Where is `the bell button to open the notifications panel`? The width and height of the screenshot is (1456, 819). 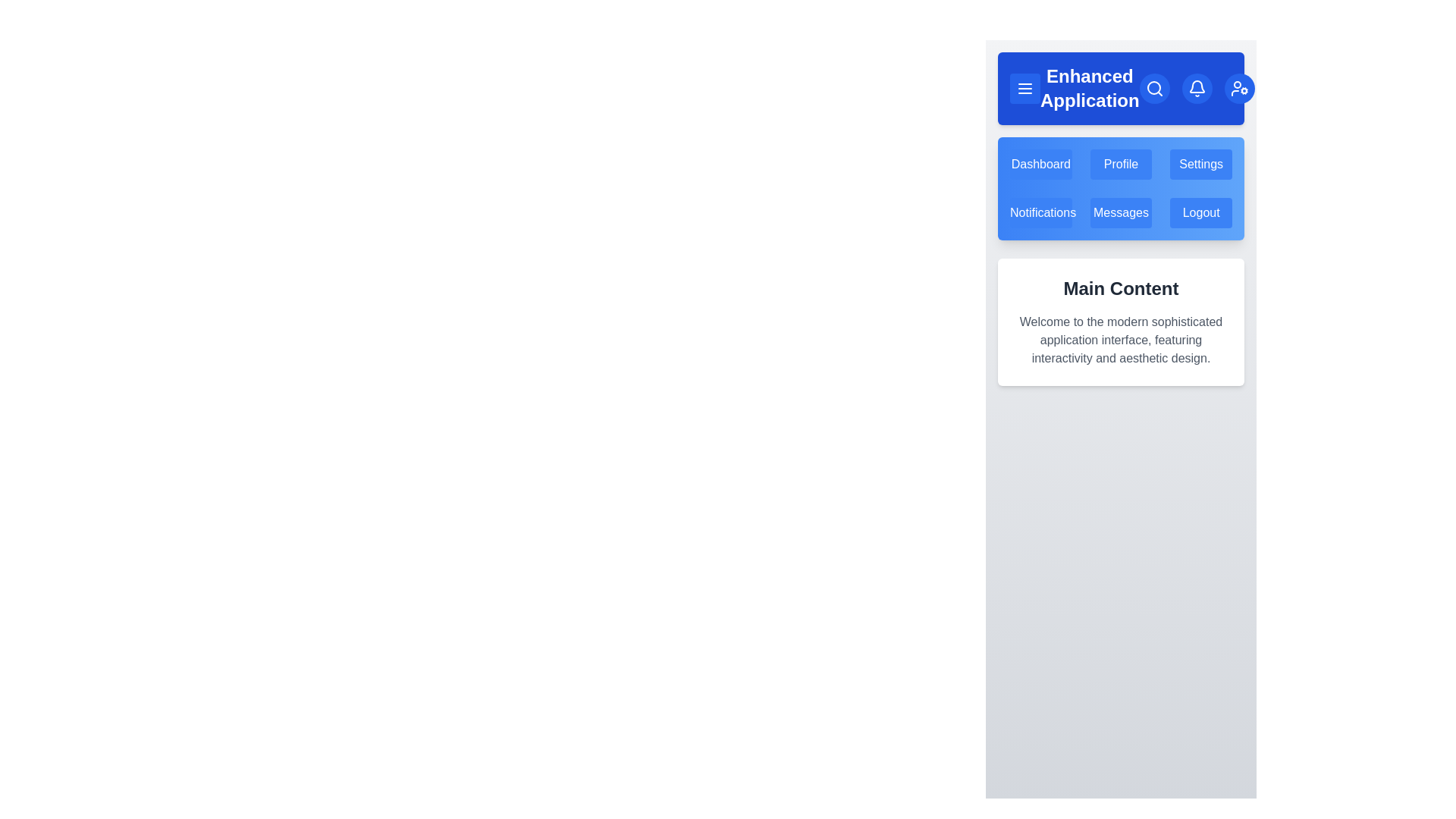
the bell button to open the notifications panel is located at coordinates (1196, 88).